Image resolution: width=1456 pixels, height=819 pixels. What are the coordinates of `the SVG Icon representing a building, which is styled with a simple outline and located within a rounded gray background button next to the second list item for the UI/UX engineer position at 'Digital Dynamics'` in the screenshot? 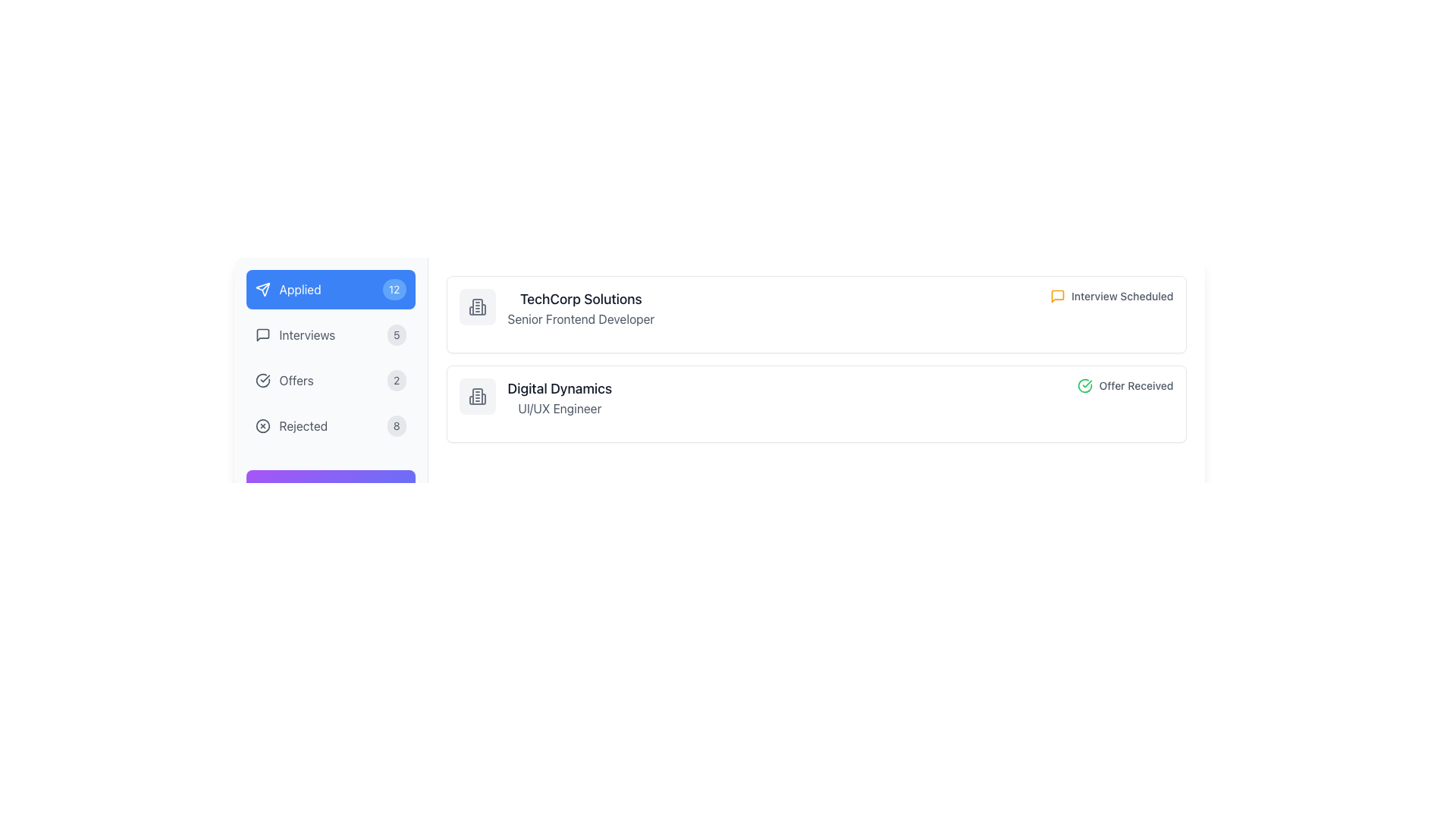 It's located at (476, 396).